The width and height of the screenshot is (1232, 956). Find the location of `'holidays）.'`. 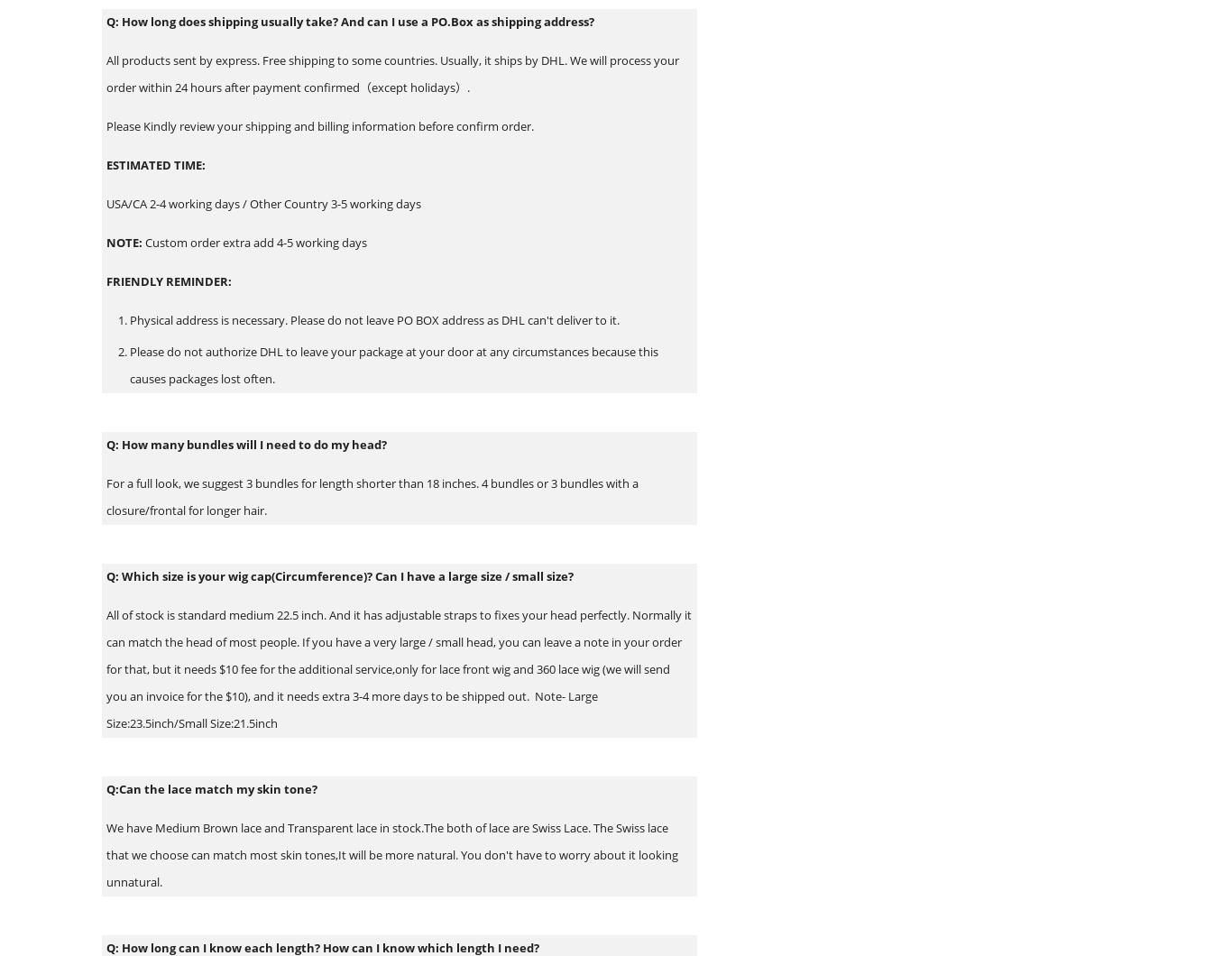

'holidays）.' is located at coordinates (439, 87).